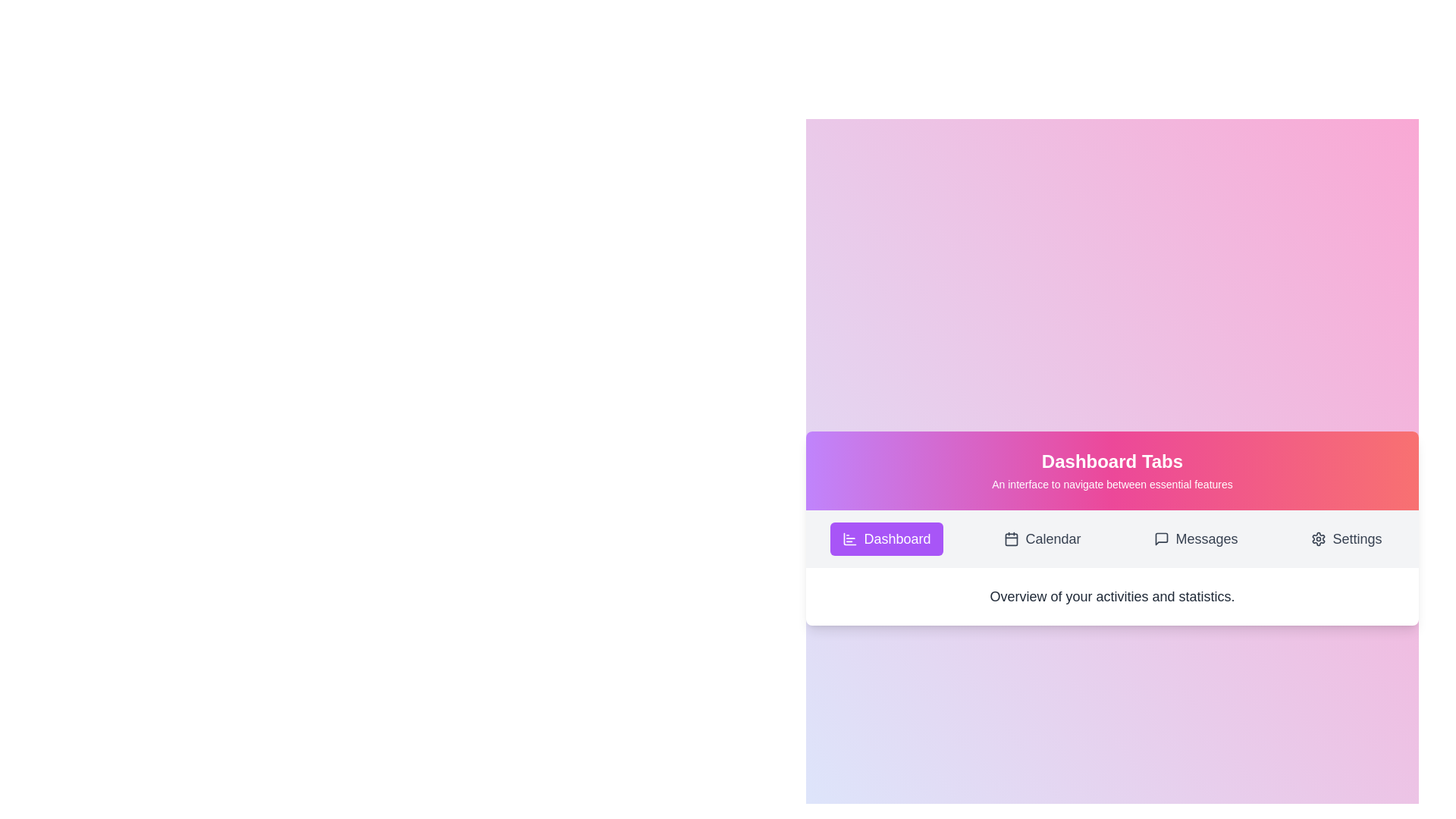 This screenshot has width=1456, height=819. What do you see at coordinates (1347, 538) in the screenshot?
I see `the settings button, which is the fourth option in the horizontal navigation bar` at bounding box center [1347, 538].